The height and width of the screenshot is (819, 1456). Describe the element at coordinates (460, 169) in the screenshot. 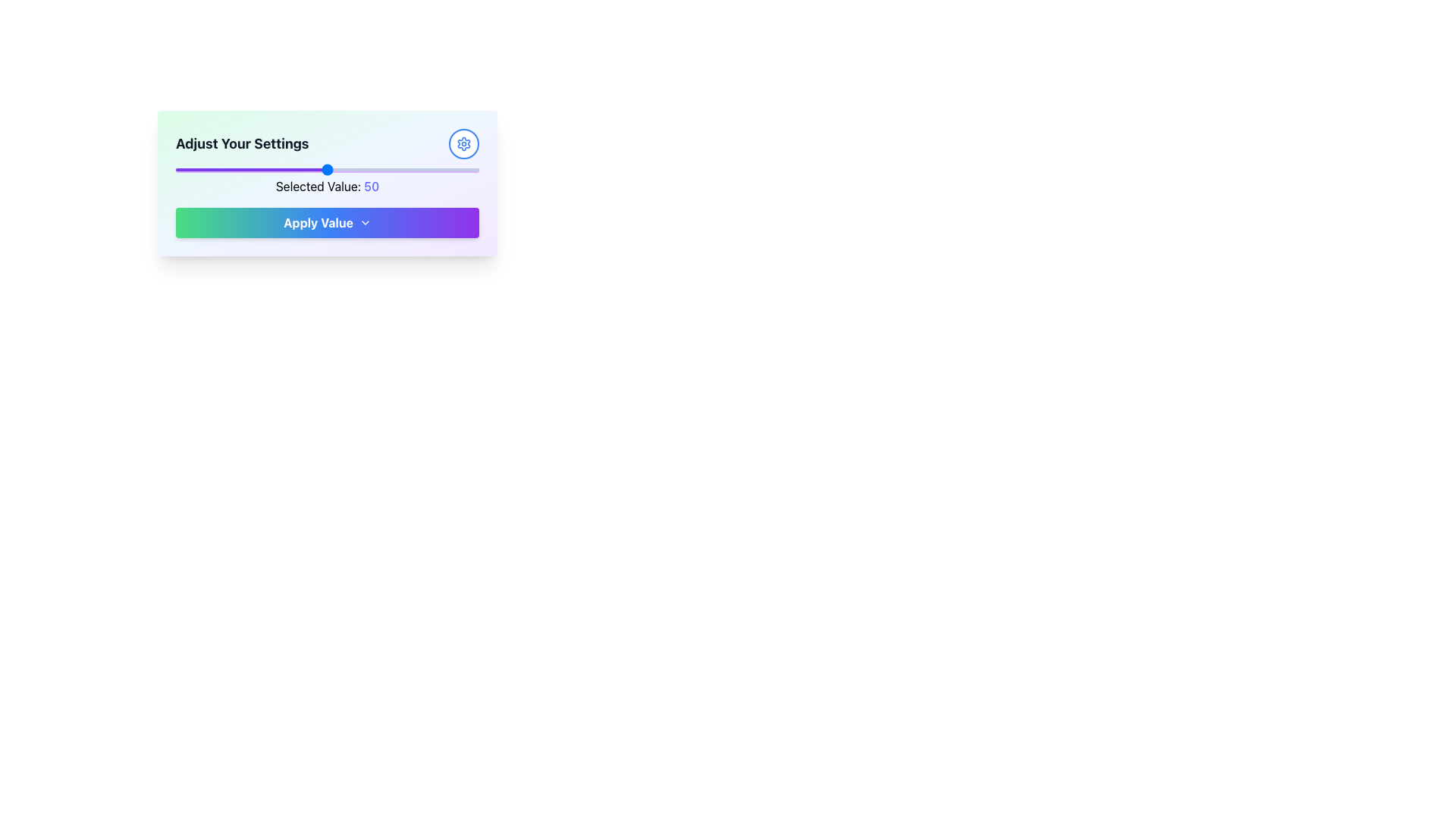

I see `the slider` at that location.